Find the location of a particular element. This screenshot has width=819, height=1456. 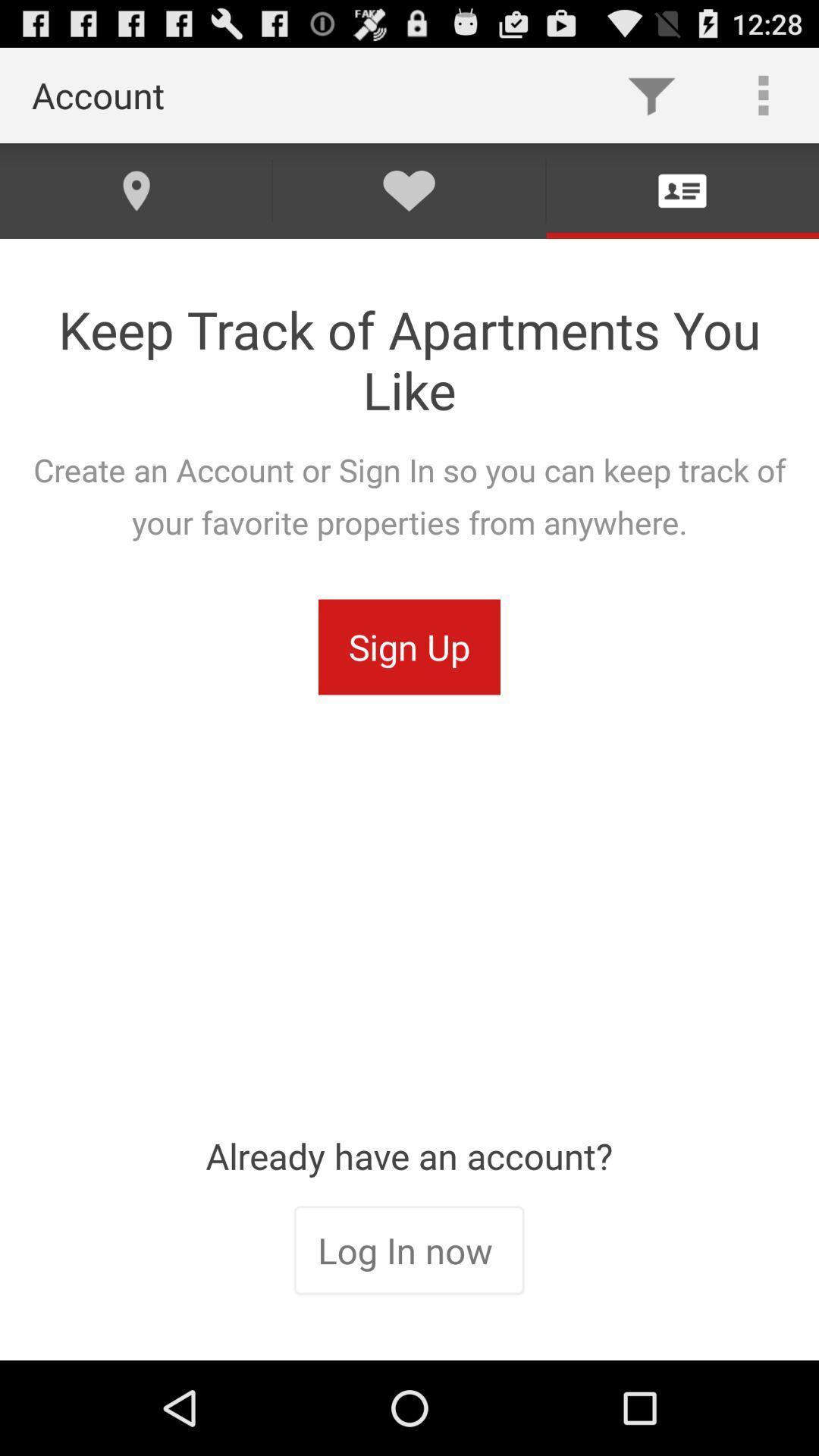

the item to the right of the account icon is located at coordinates (651, 94).